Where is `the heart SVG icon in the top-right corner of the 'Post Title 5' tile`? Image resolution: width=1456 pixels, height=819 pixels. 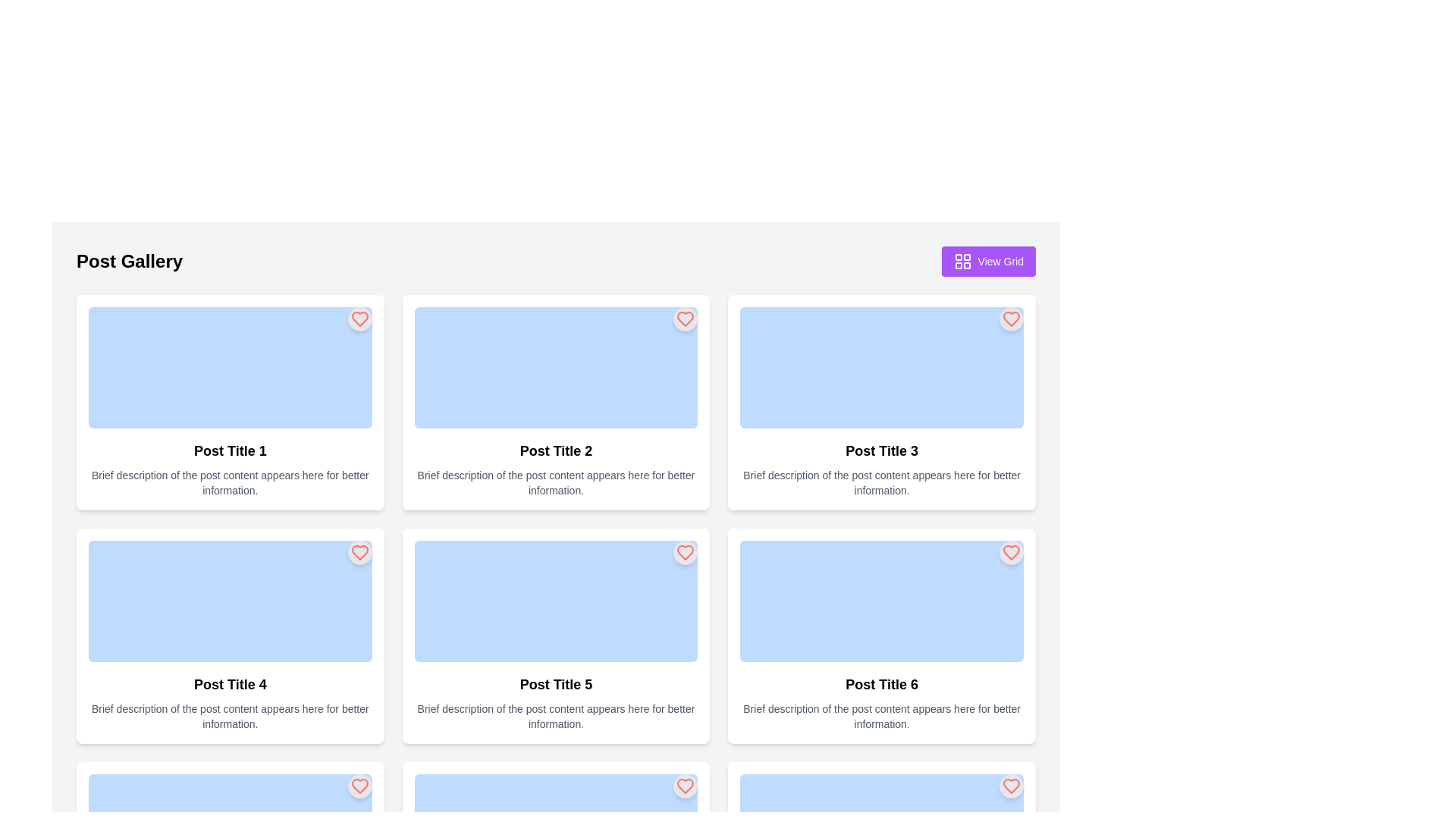 the heart SVG icon in the top-right corner of the 'Post Title 5' tile is located at coordinates (685, 553).